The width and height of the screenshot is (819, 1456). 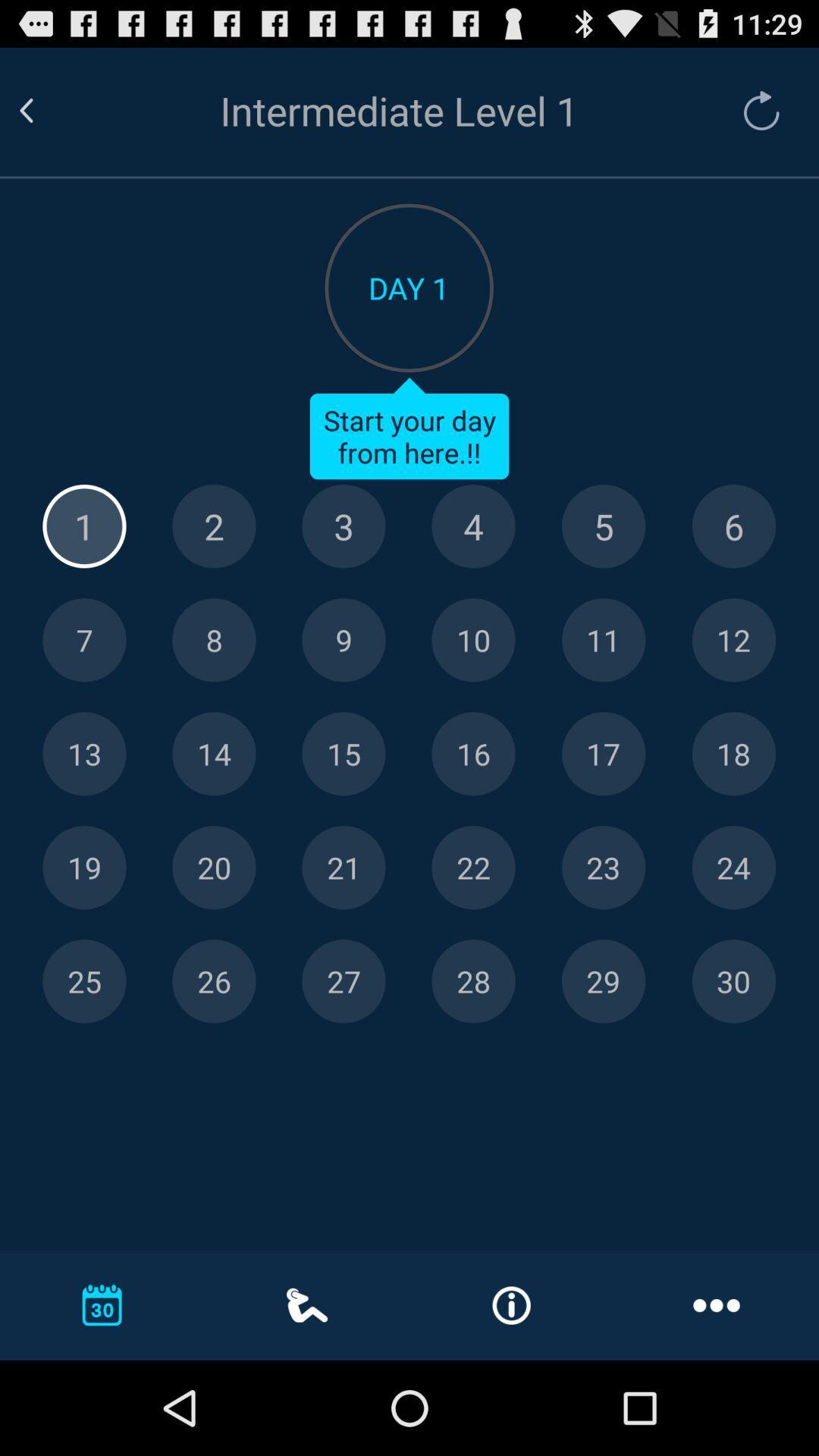 What do you see at coordinates (84, 754) in the screenshot?
I see `day 13 button` at bounding box center [84, 754].